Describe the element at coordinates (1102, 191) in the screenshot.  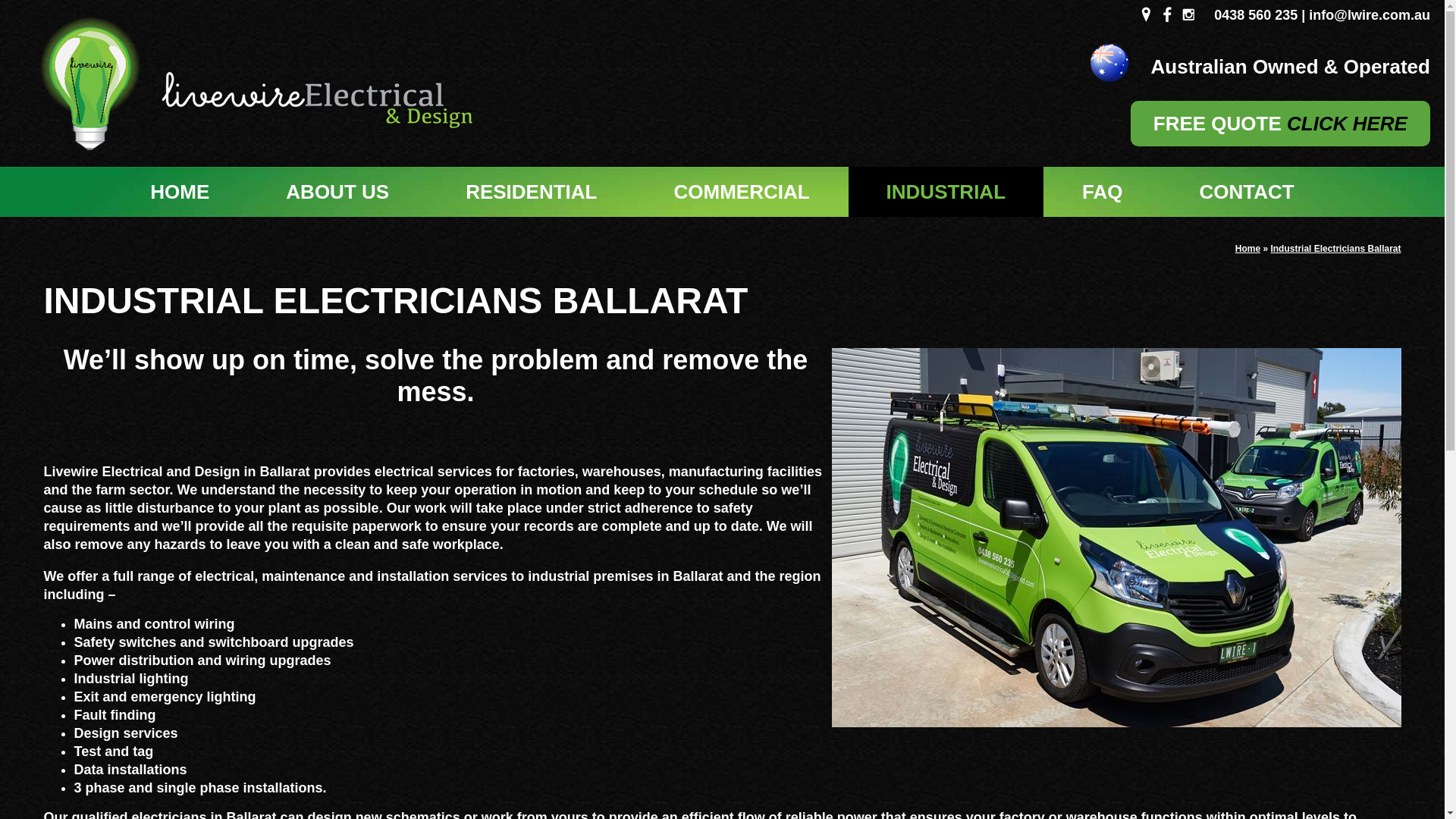
I see `'FAQ'` at that location.